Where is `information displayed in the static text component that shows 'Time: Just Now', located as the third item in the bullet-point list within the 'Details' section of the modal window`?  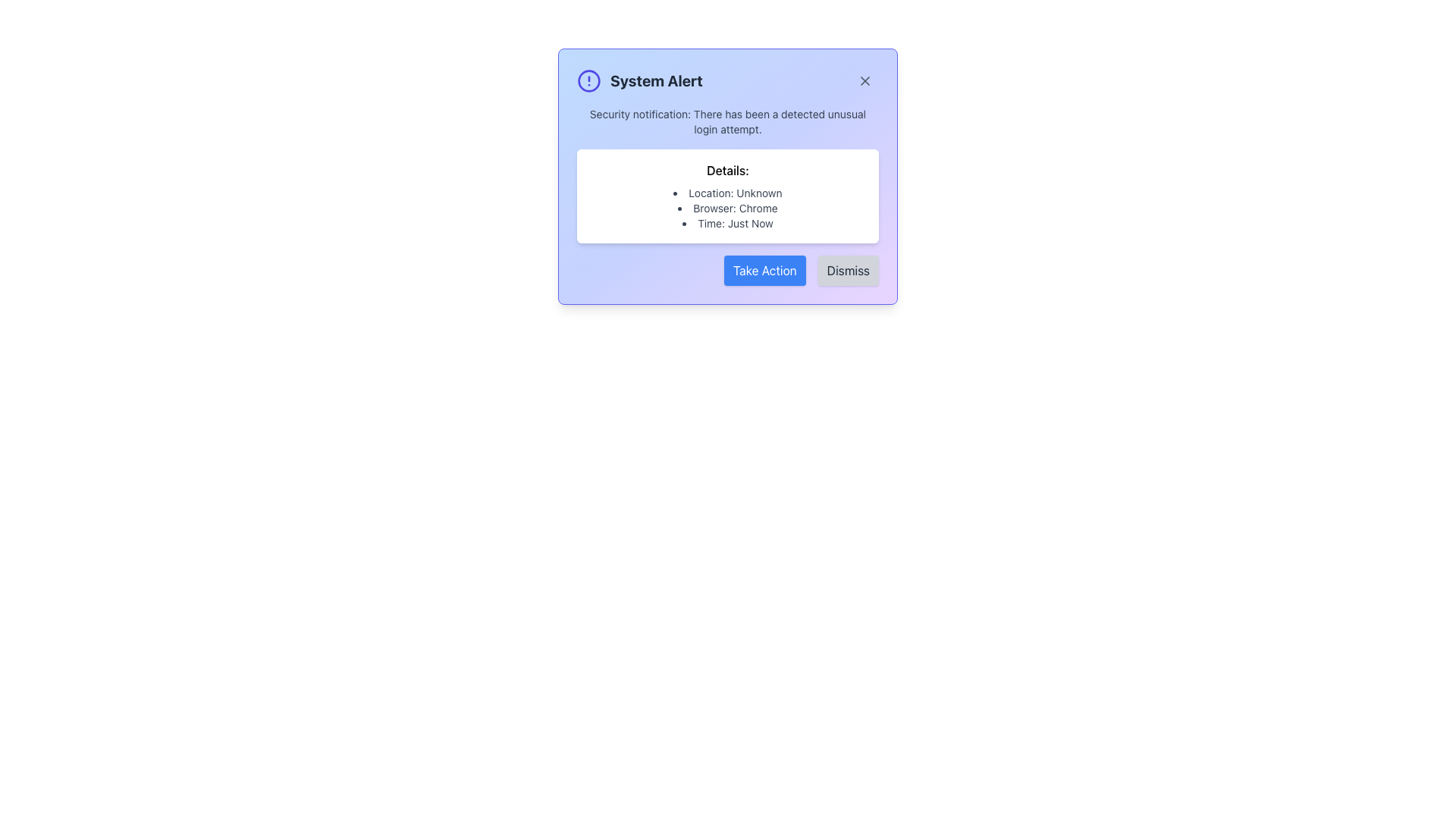 information displayed in the static text component that shows 'Time: Just Now', located as the third item in the bullet-point list within the 'Details' section of the modal window is located at coordinates (728, 223).